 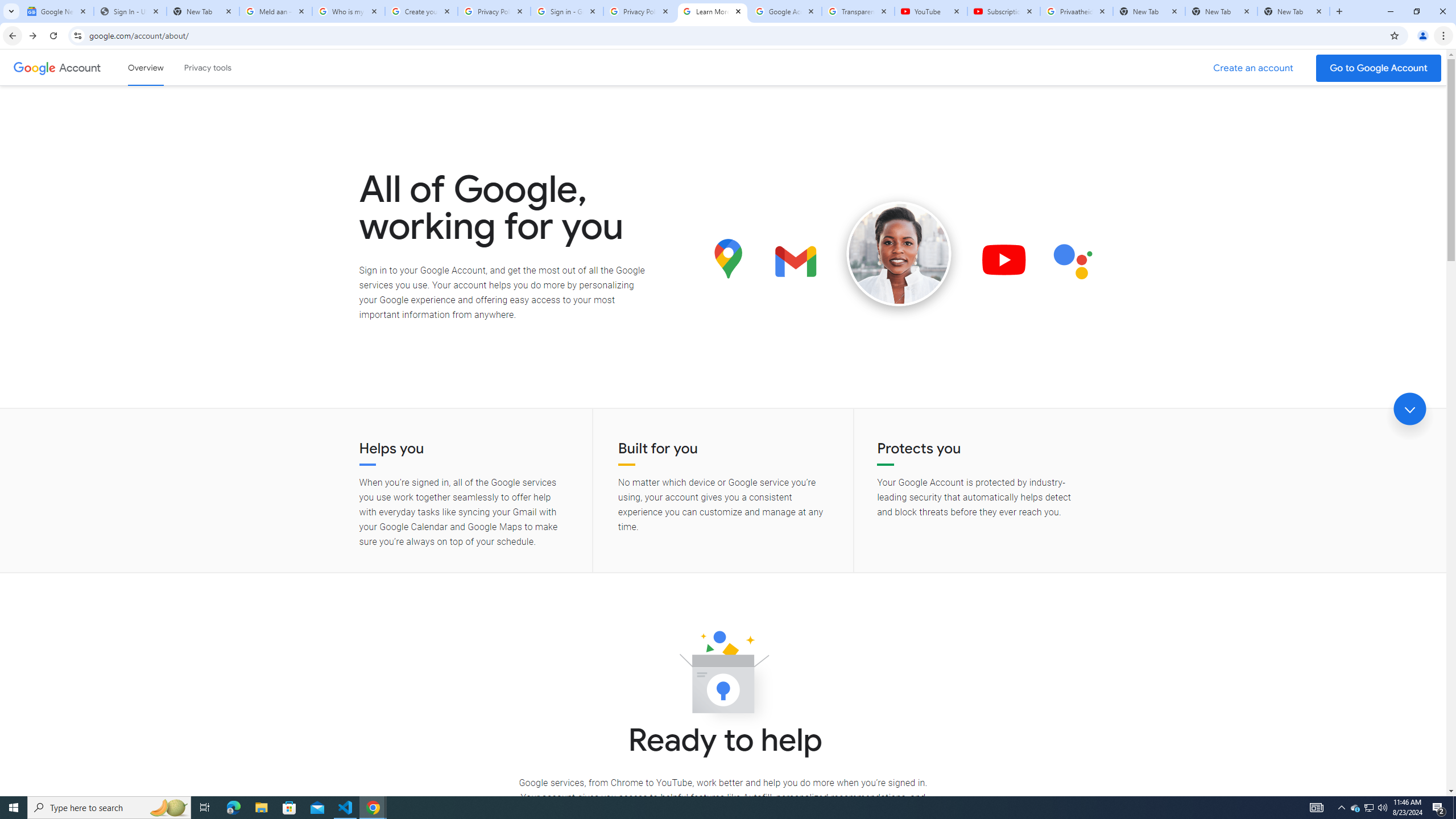 I want to click on 'Google Account', so click(x=81, y=67).